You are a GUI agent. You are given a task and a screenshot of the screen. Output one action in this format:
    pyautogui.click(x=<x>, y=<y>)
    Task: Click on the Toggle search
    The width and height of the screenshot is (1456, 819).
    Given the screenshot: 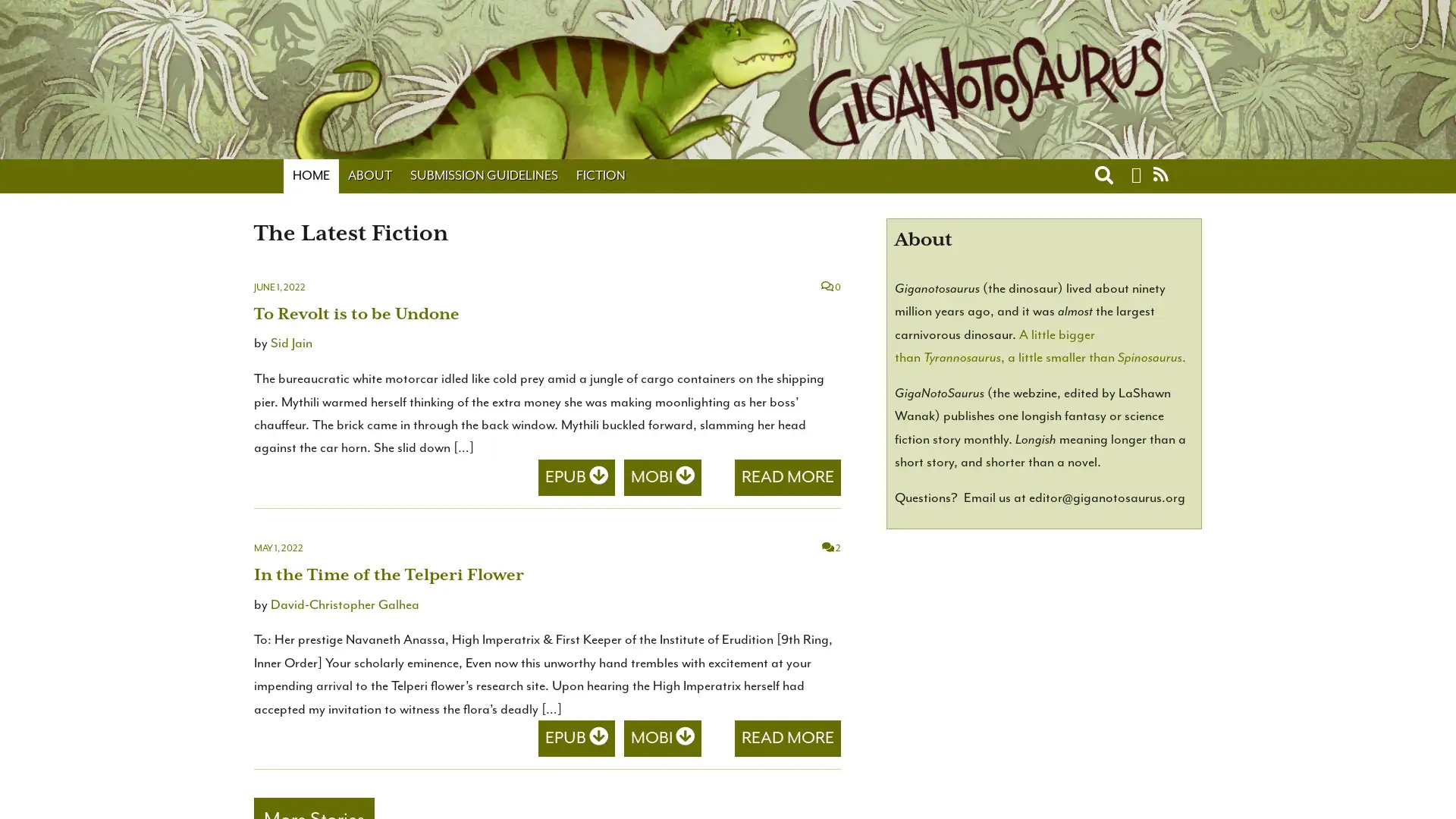 What is the action you would take?
    pyautogui.click(x=1096, y=174)
    